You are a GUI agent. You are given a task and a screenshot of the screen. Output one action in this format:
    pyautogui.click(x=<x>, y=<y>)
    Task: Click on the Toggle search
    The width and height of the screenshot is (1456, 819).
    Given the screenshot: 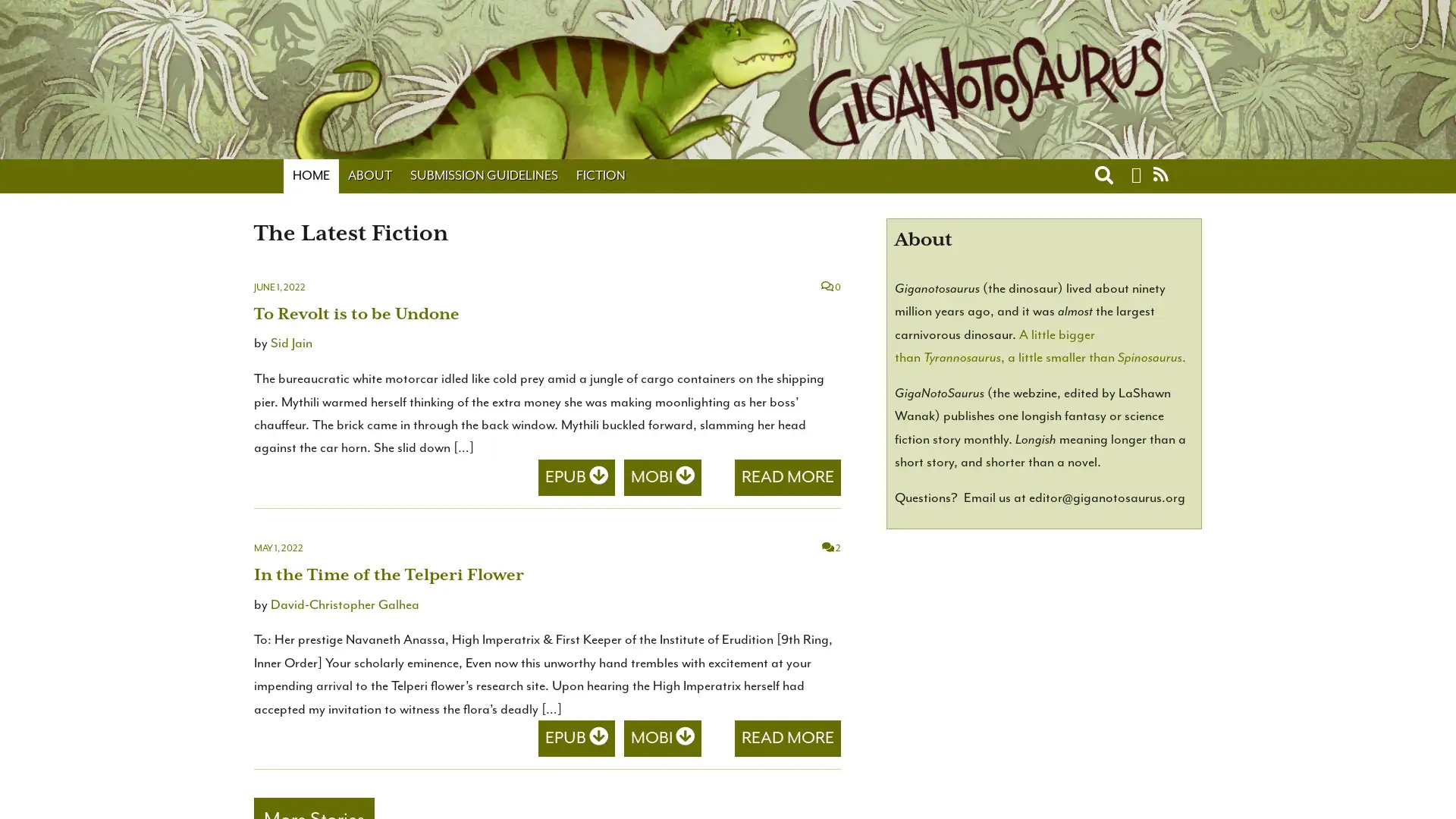 What is the action you would take?
    pyautogui.click(x=1096, y=174)
    